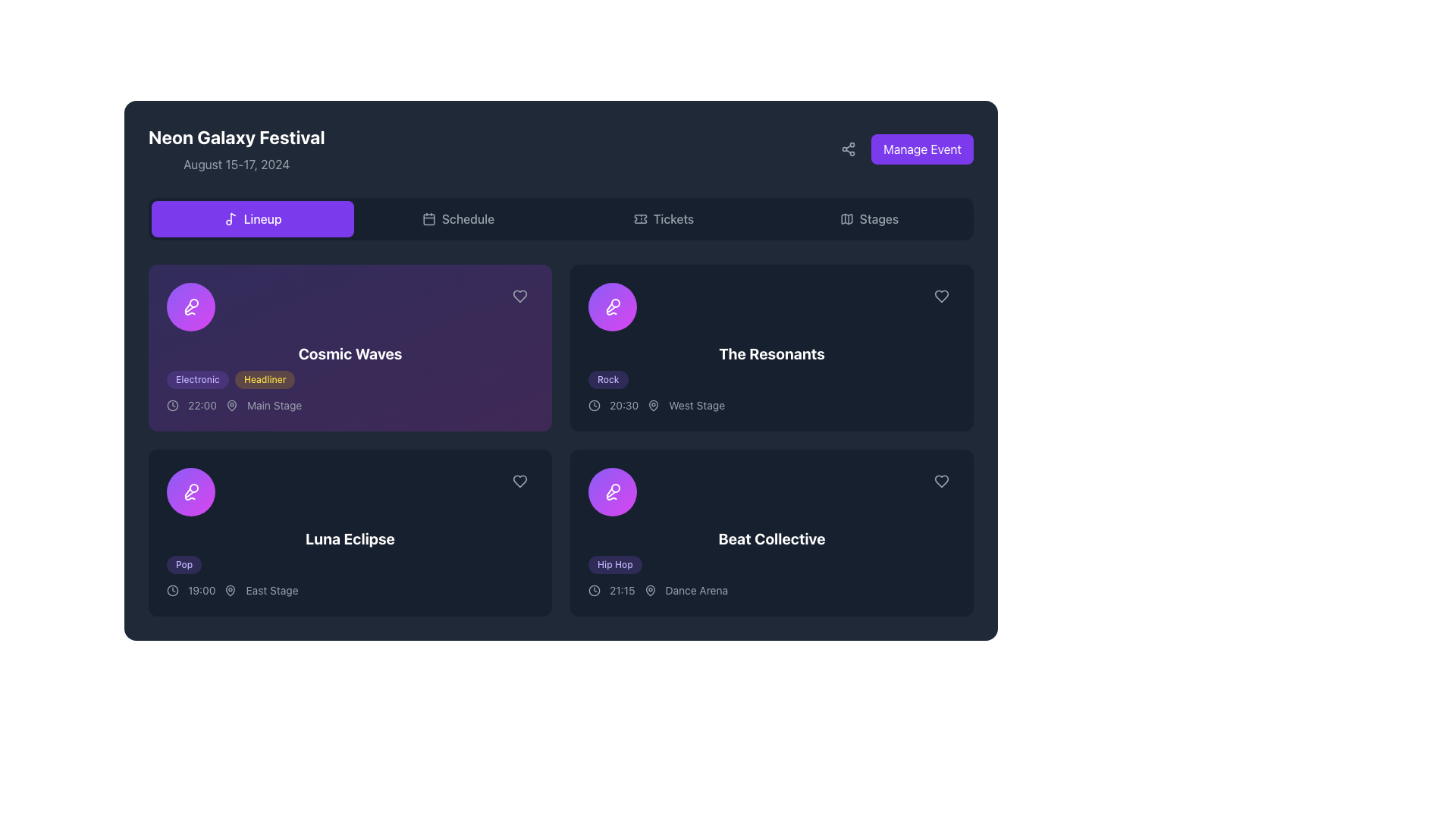 The width and height of the screenshot is (1456, 819). I want to click on the microphone icon located in the left circular icon of the 'Cosmic Waves' event card, which is positioned in the first row and first column of the event grid, so click(190, 491).